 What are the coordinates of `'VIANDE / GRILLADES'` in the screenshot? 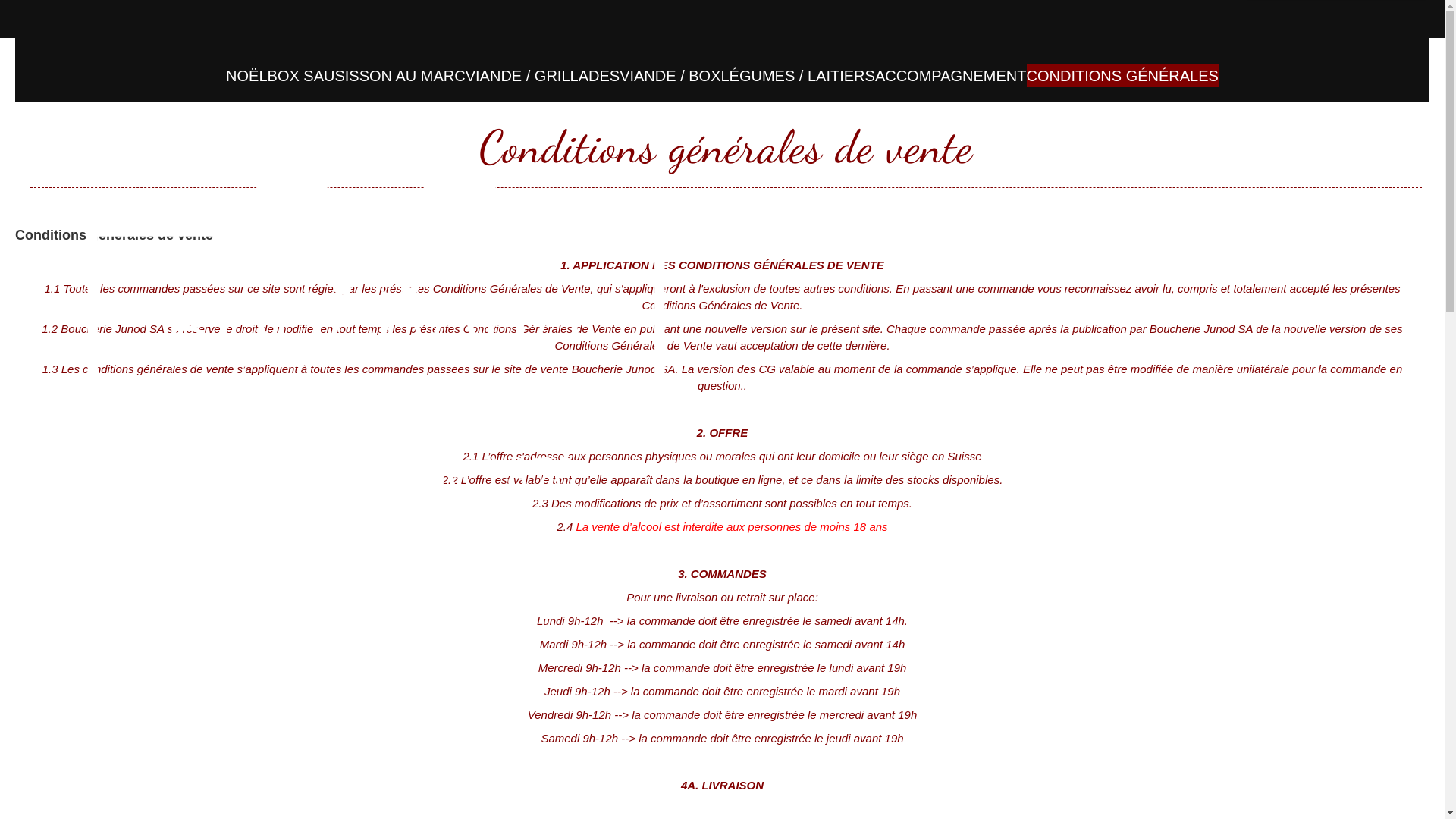 It's located at (542, 76).